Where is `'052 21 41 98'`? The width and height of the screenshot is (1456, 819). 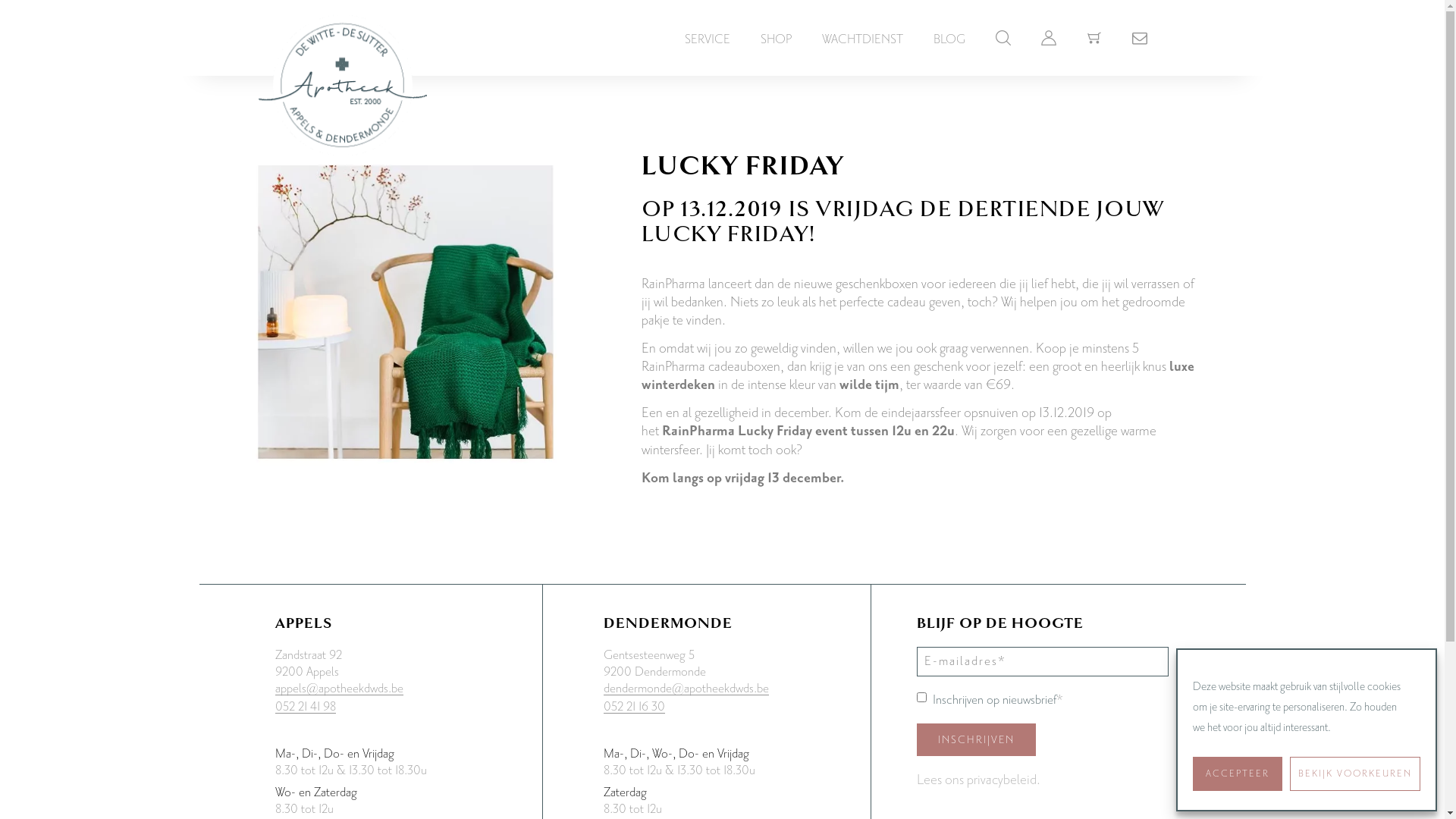
'052 21 41 98' is located at coordinates (304, 707).